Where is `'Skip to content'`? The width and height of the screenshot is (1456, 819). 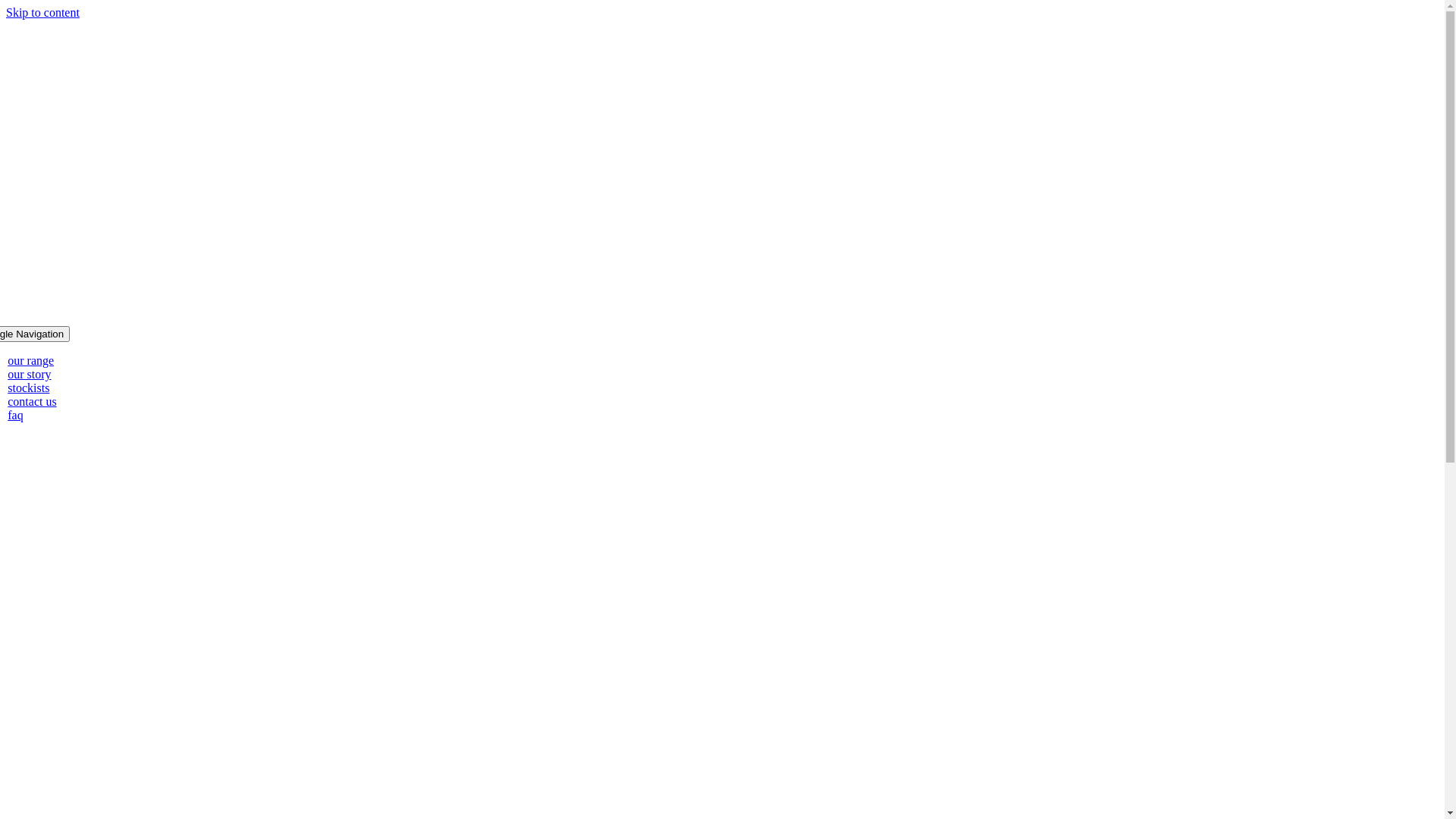
'Skip to content' is located at coordinates (42, 12).